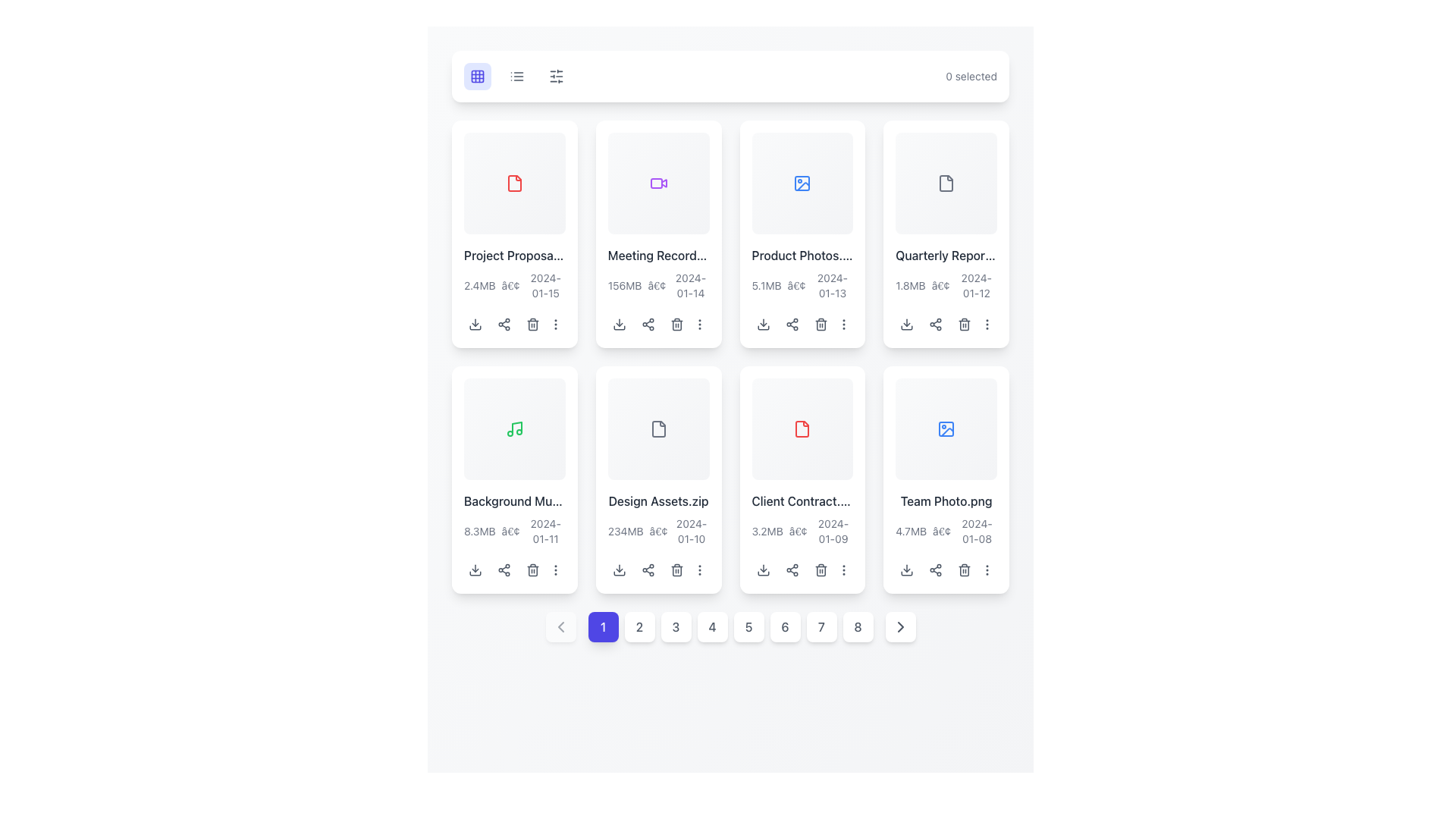  What do you see at coordinates (658, 500) in the screenshot?
I see `the text label that serves as the title of a file, located in the second row of a grid layout, specifically in the fourth card from the left` at bounding box center [658, 500].